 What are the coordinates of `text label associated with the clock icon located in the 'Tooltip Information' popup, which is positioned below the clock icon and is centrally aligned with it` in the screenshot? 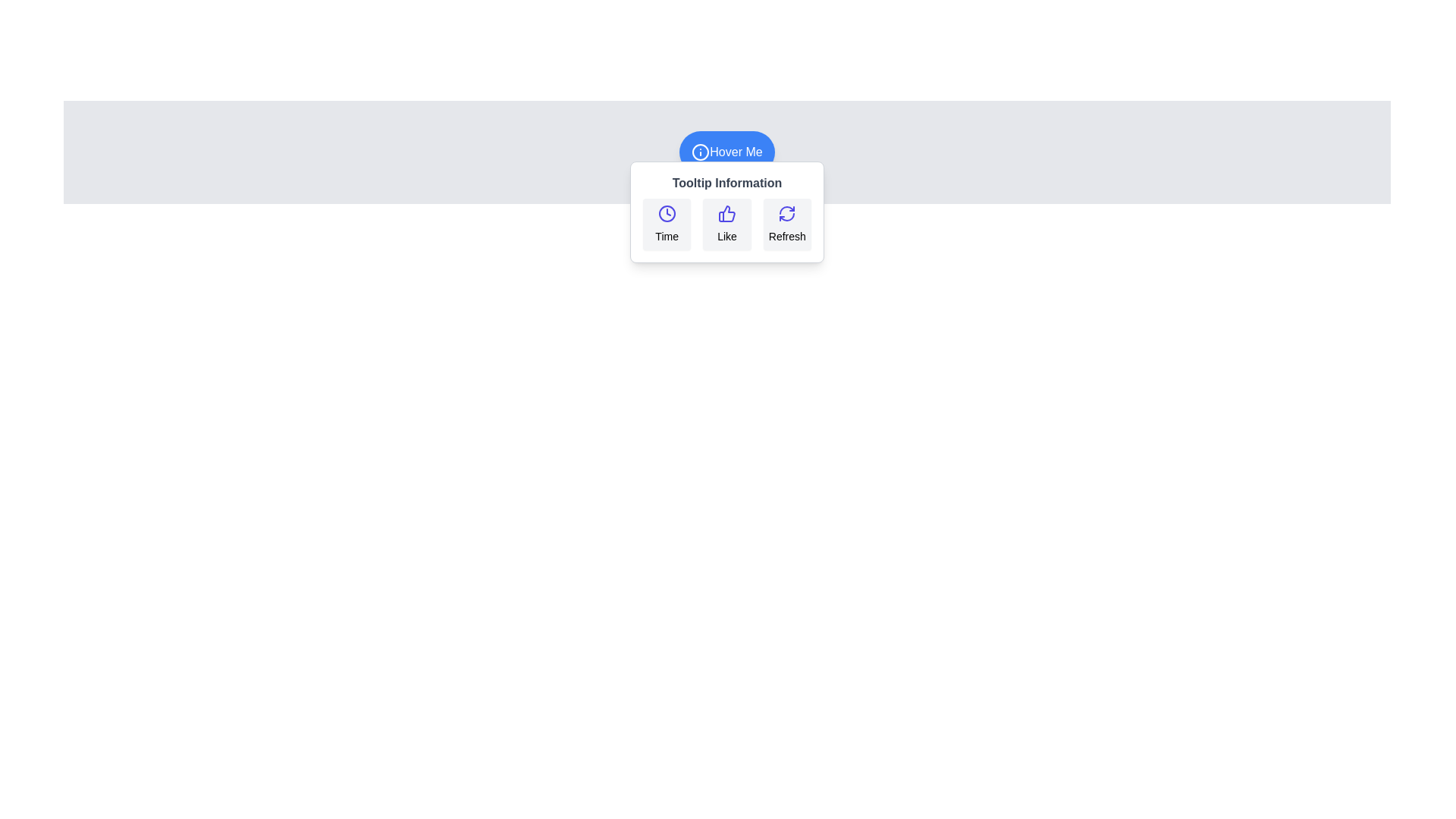 It's located at (667, 237).